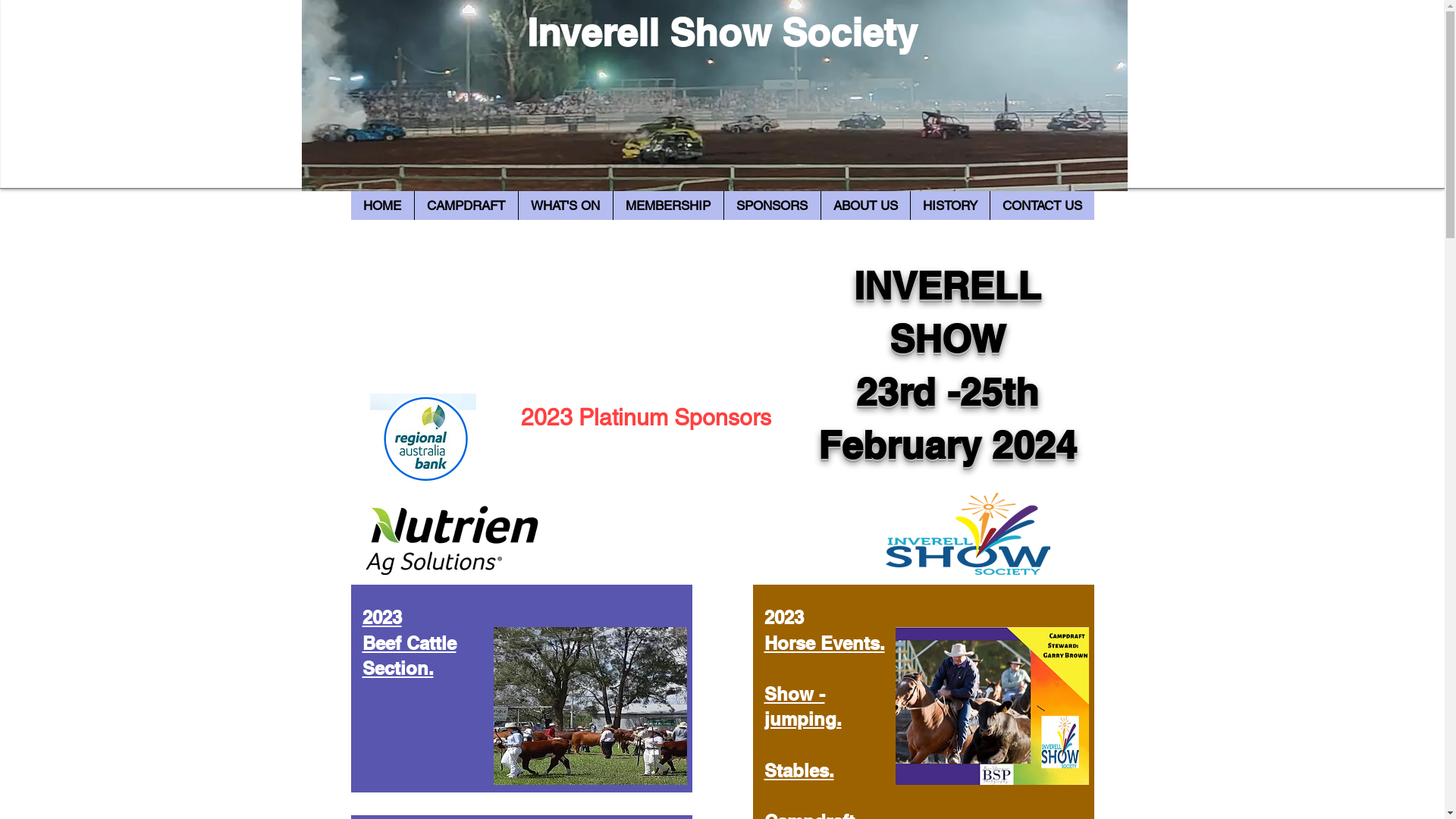  I want to click on 'Stables.', so click(764, 770).